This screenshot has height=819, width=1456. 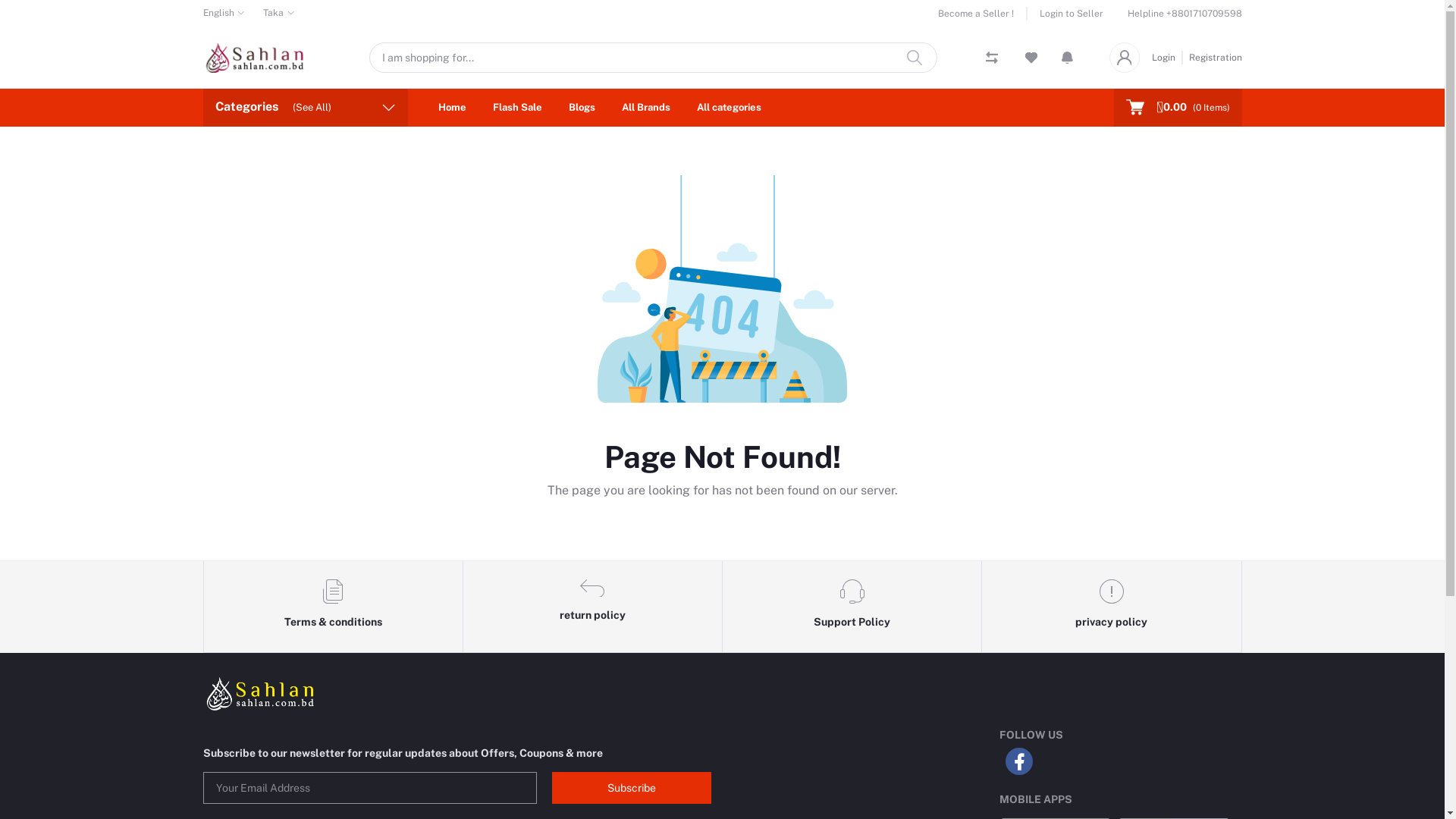 I want to click on 'Become a Seller !', so click(x=982, y=14).